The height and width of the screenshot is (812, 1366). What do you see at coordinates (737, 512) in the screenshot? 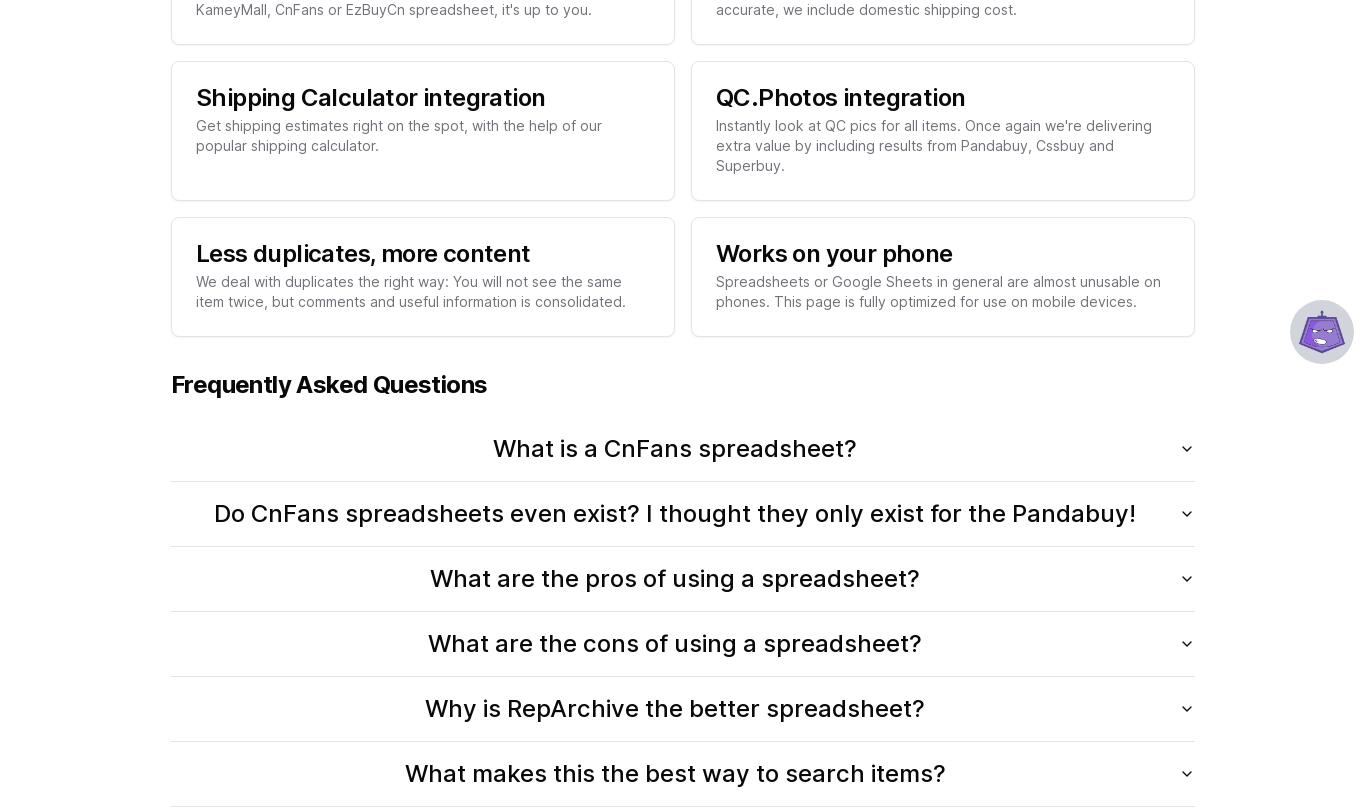
I see `'spreadsheets even exist? I thought they only exist for the Pandabuy!'` at bounding box center [737, 512].